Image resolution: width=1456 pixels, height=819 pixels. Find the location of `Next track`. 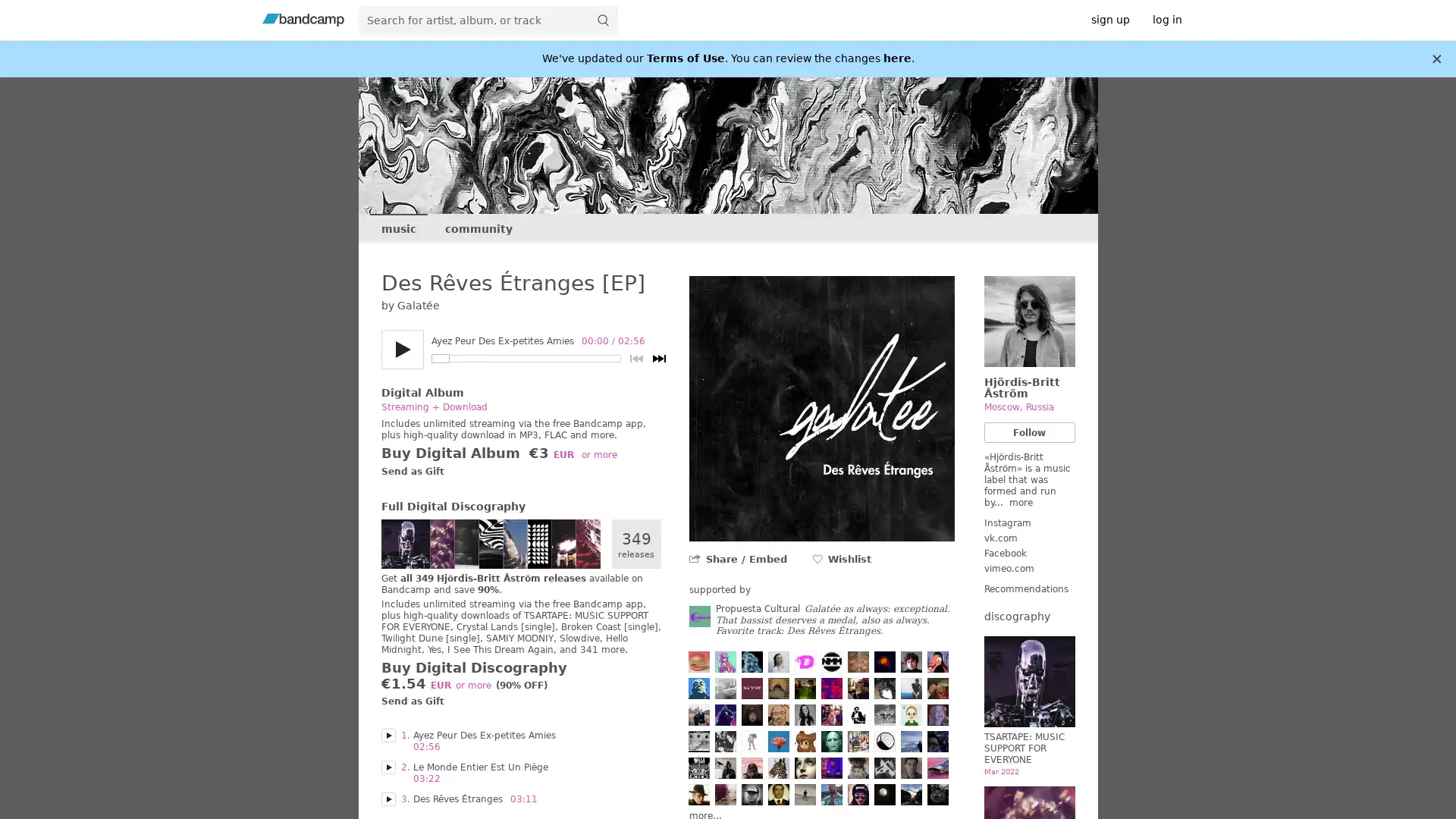

Next track is located at coordinates (658, 359).